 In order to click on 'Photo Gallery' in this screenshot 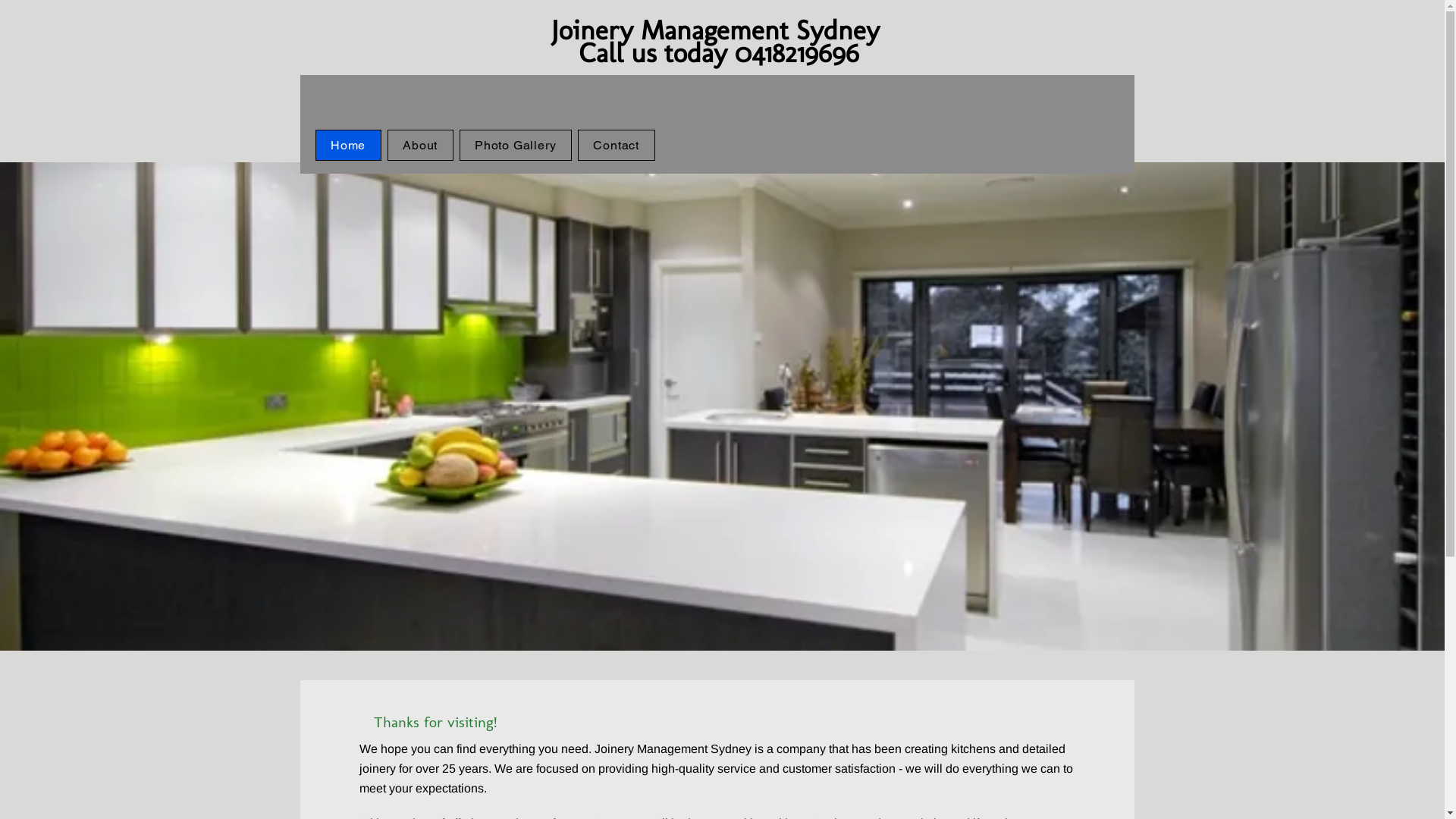, I will do `click(516, 145)`.